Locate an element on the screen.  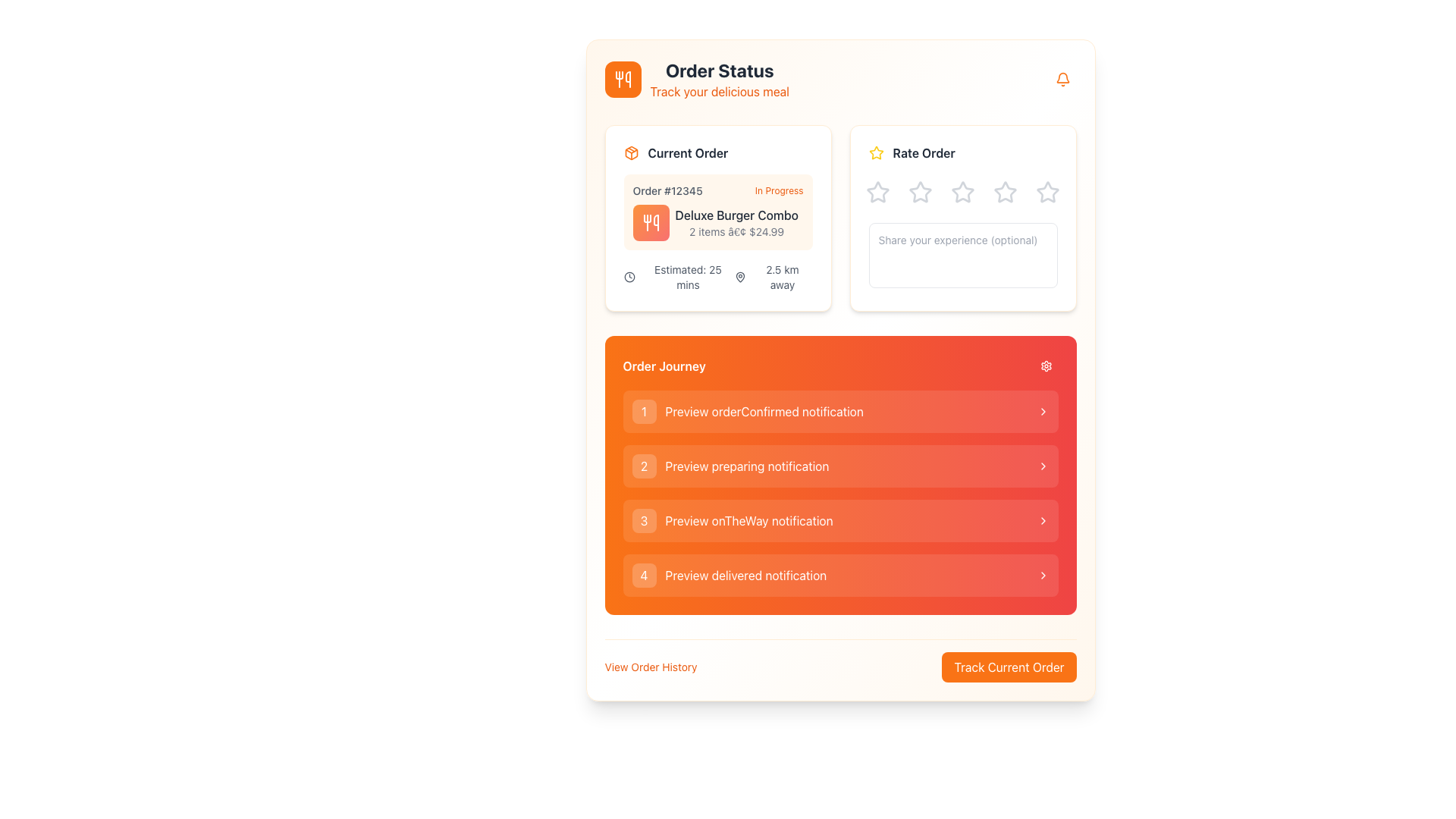
the second star icon in the 'Rate Order' section is located at coordinates (920, 191).